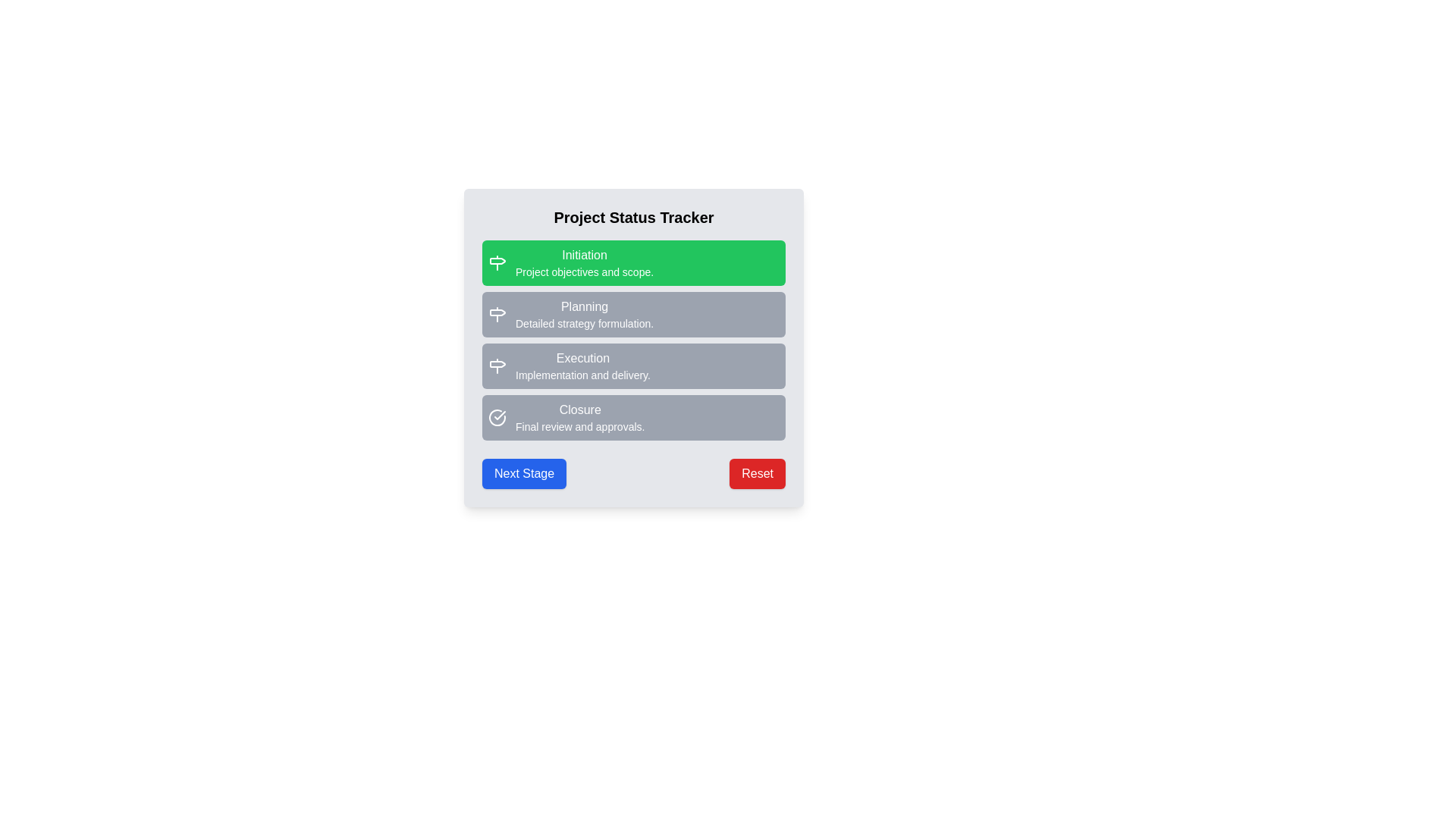 This screenshot has width=1456, height=819. Describe the element at coordinates (584, 271) in the screenshot. I see `the text label reading 'Project objectives and scope.' which is styled in a small font and positioned below the heading 'Initiation' within a green background rectangle` at that location.